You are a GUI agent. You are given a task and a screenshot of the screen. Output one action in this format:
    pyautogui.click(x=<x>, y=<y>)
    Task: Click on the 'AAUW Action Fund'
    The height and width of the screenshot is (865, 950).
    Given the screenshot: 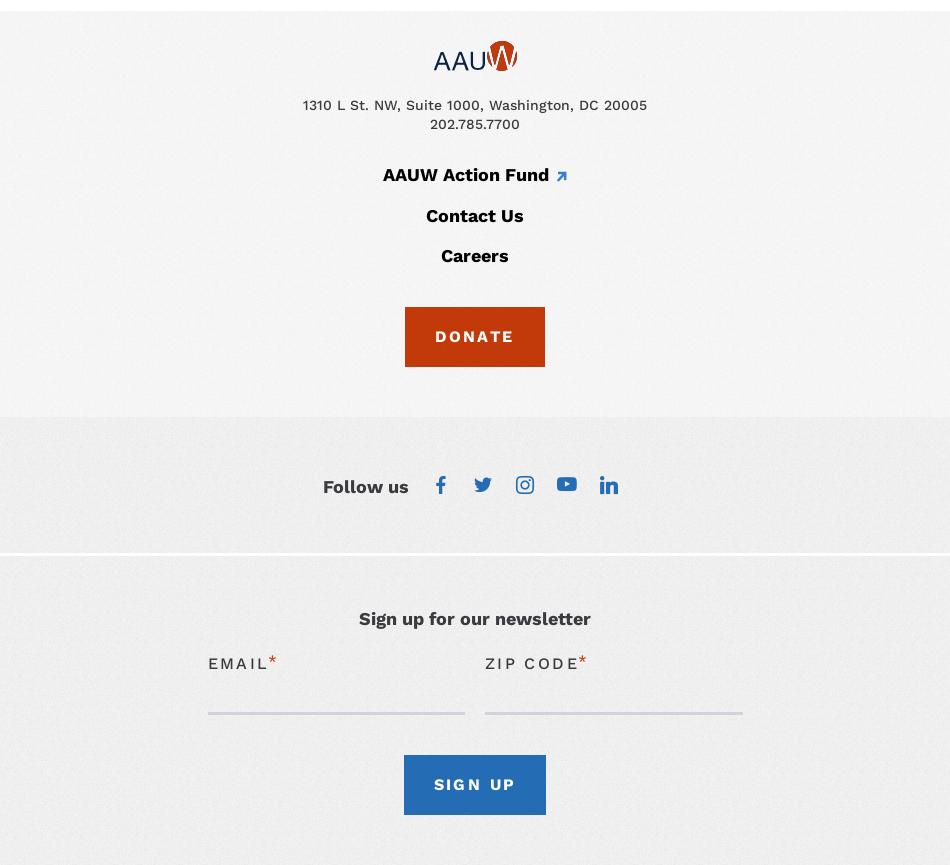 What is the action you would take?
    pyautogui.click(x=464, y=172)
    